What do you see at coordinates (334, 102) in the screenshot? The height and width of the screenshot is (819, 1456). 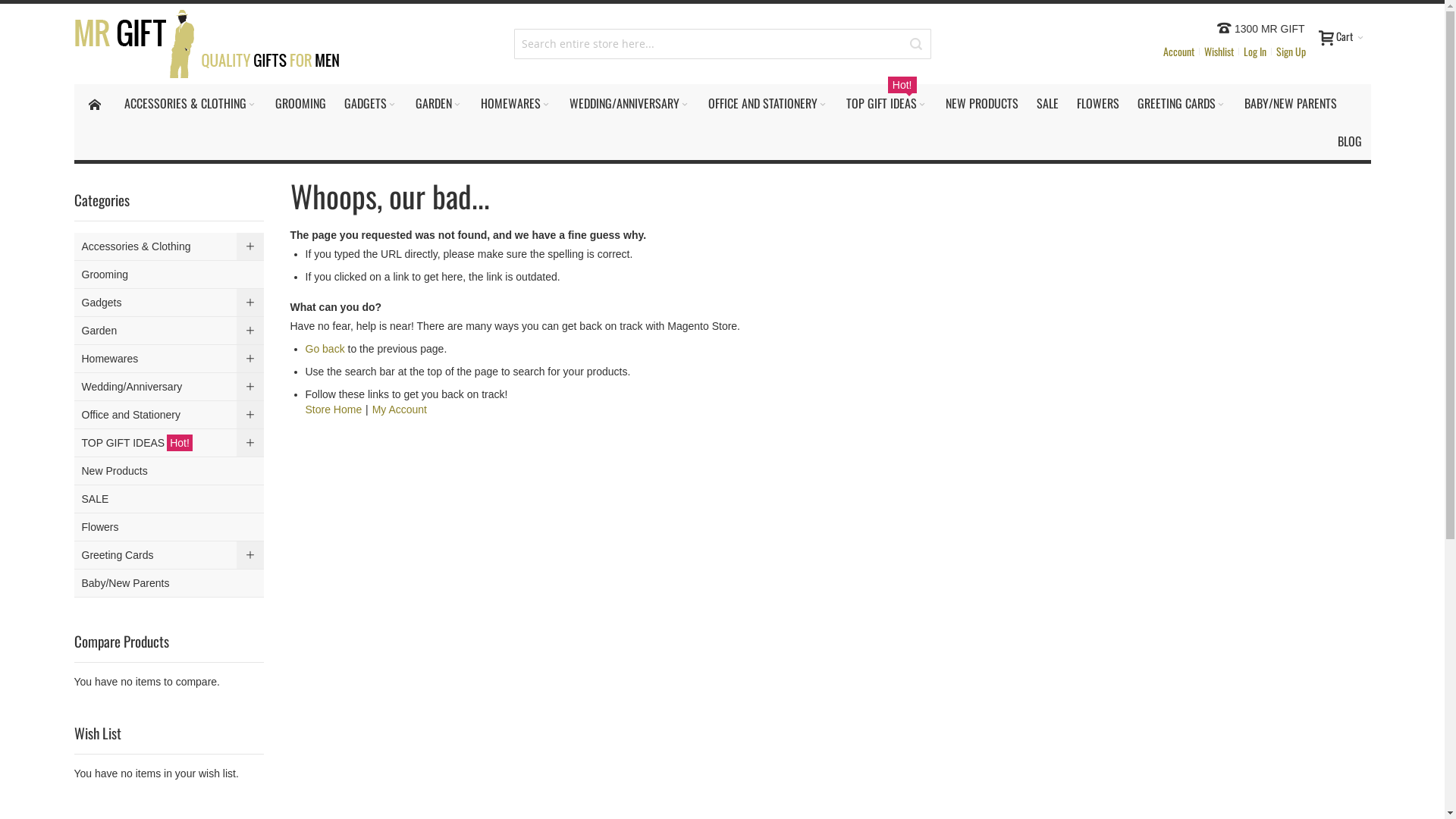 I see `'GADGETS'` at bounding box center [334, 102].